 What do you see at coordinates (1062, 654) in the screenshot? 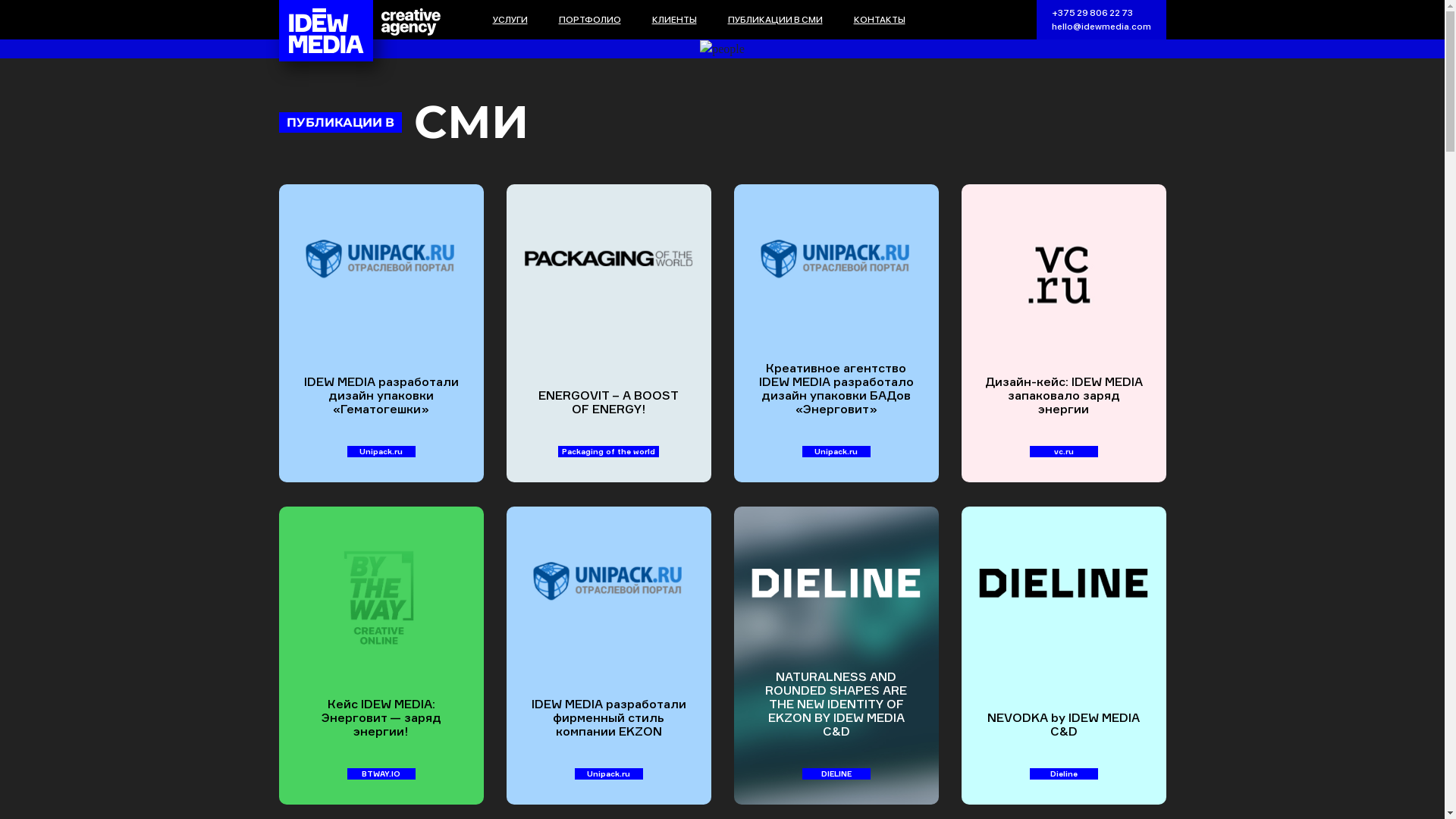
I see `'NEVODKA by IDEW MEDIA C&D` at bounding box center [1062, 654].